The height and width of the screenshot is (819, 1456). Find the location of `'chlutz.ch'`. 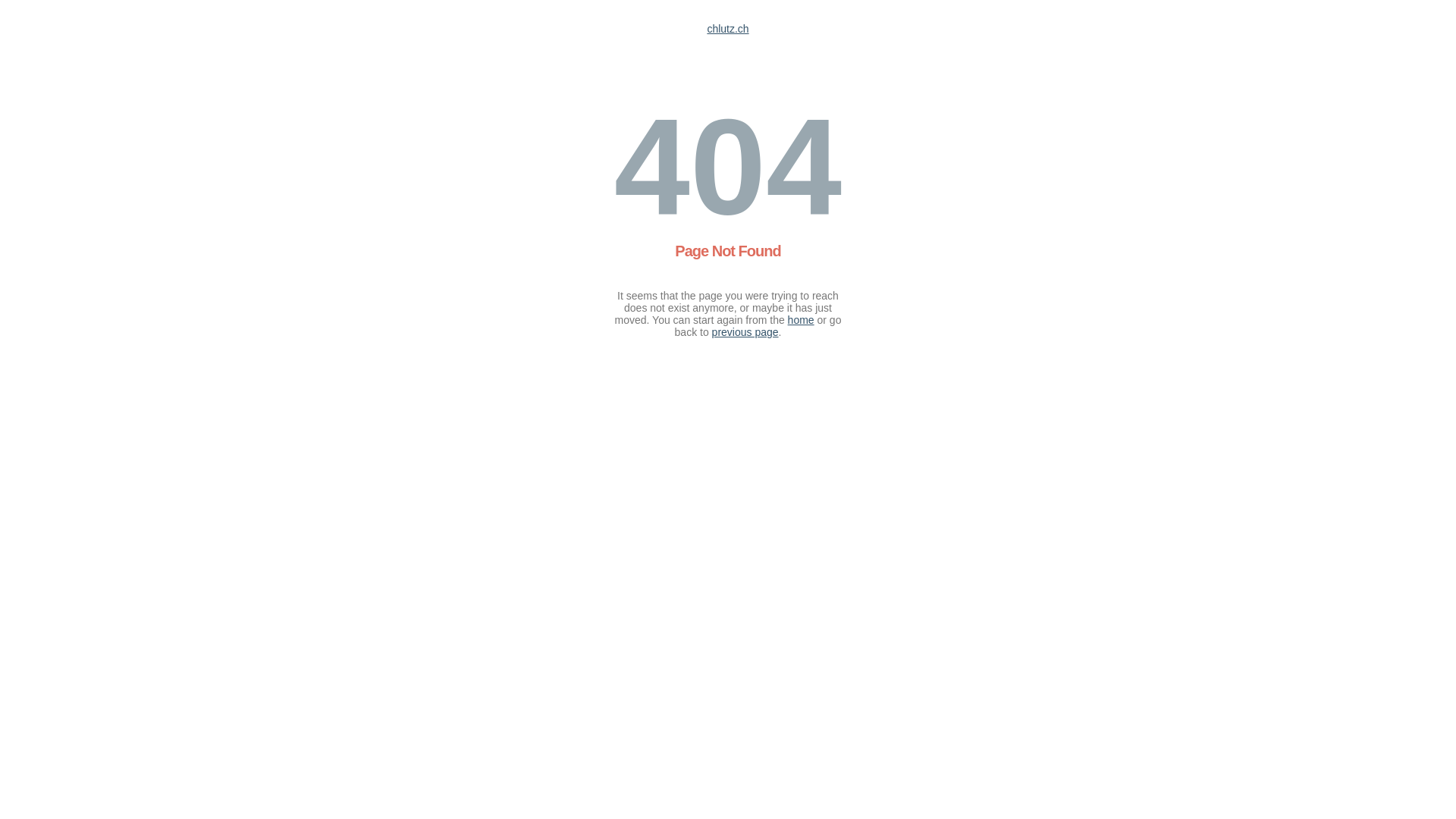

'chlutz.ch' is located at coordinates (726, 29).